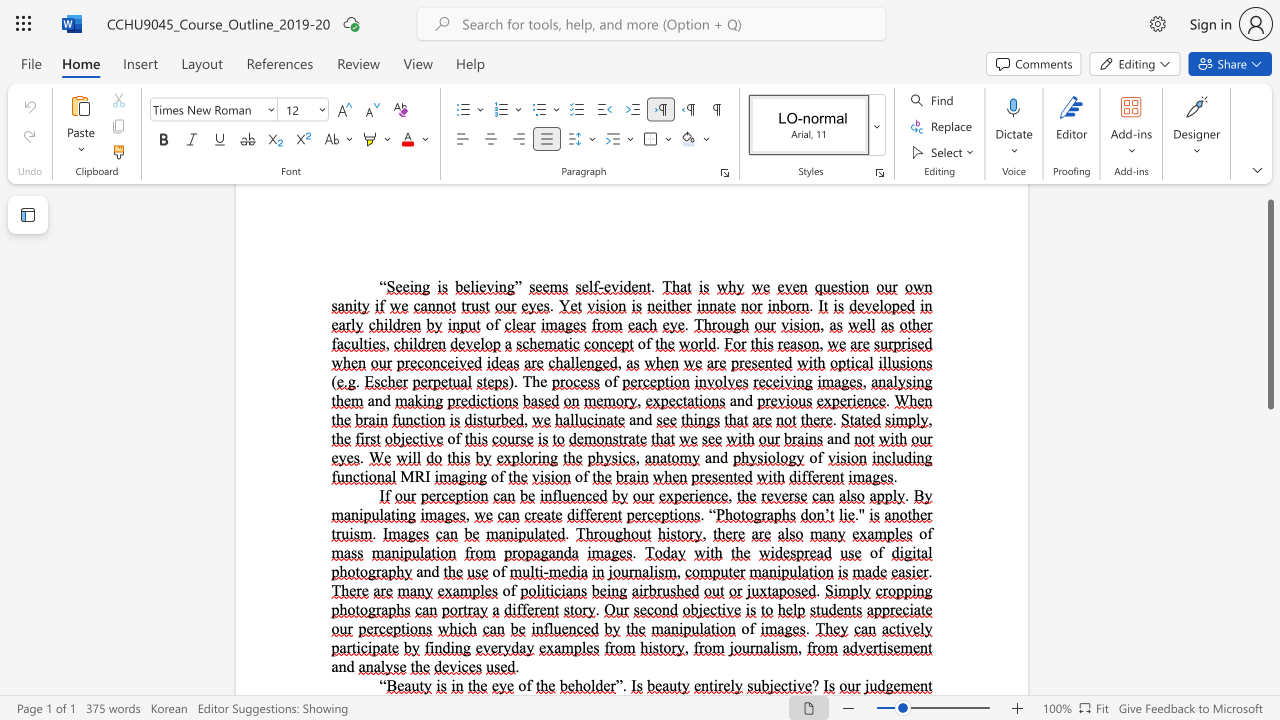 This screenshot has height=720, width=1280. Describe the element at coordinates (1269, 304) in the screenshot. I see `the scrollbar and move down 120 pixels` at that location.